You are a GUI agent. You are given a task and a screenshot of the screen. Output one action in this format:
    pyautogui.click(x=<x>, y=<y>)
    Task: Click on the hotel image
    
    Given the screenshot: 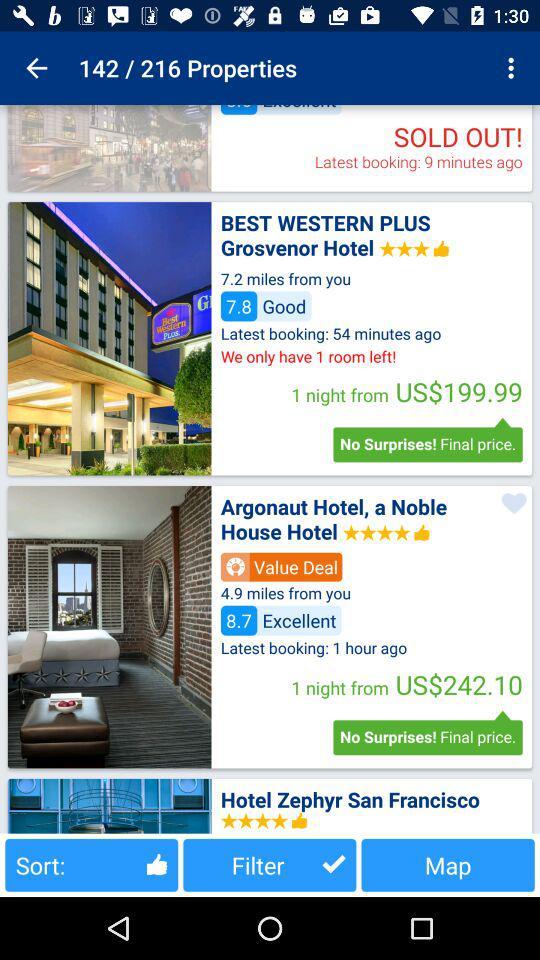 What is the action you would take?
    pyautogui.click(x=109, y=626)
    